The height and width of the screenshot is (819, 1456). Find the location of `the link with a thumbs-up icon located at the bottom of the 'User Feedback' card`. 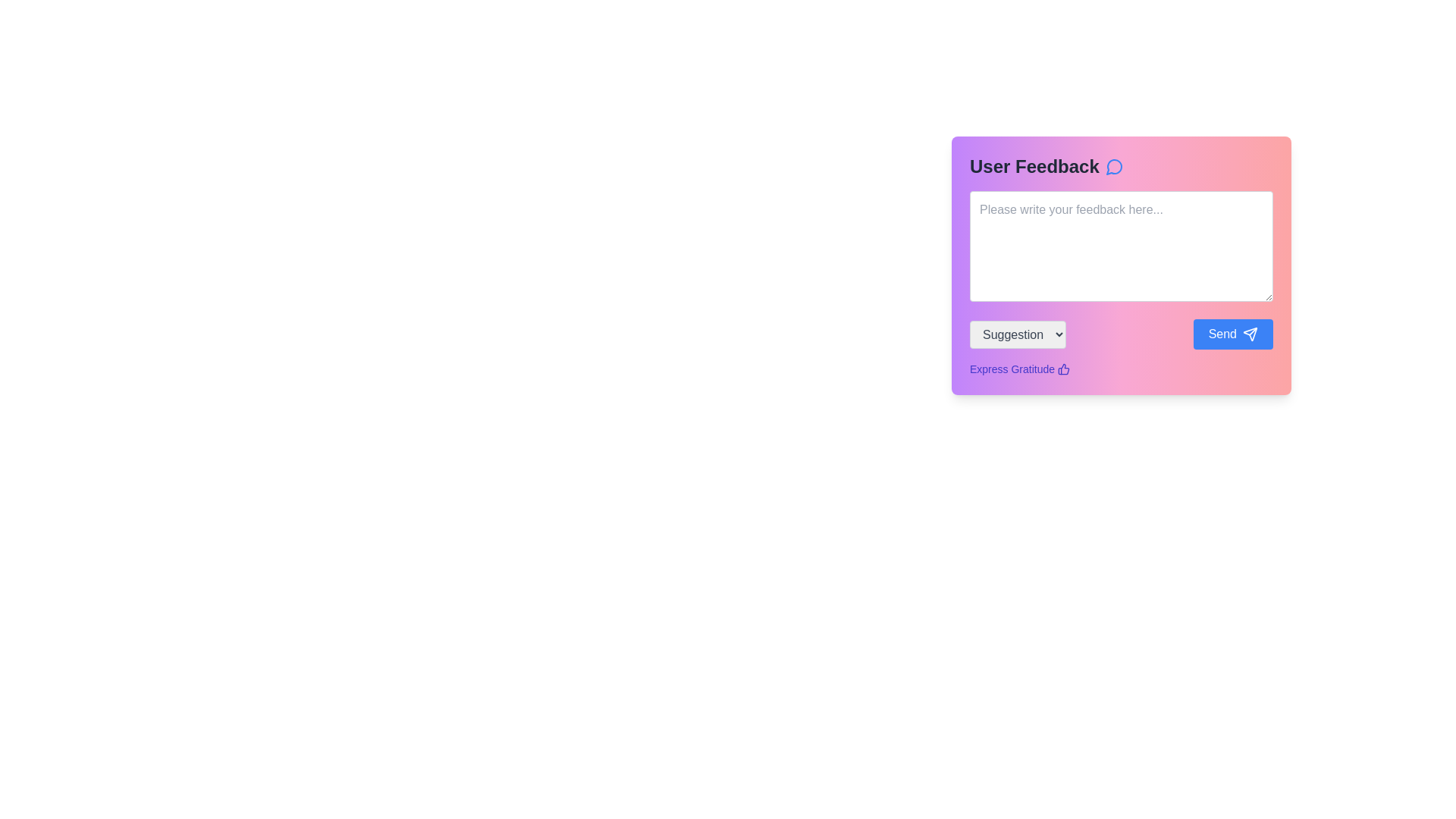

the link with a thumbs-up icon located at the bottom of the 'User Feedback' card is located at coordinates (1019, 369).